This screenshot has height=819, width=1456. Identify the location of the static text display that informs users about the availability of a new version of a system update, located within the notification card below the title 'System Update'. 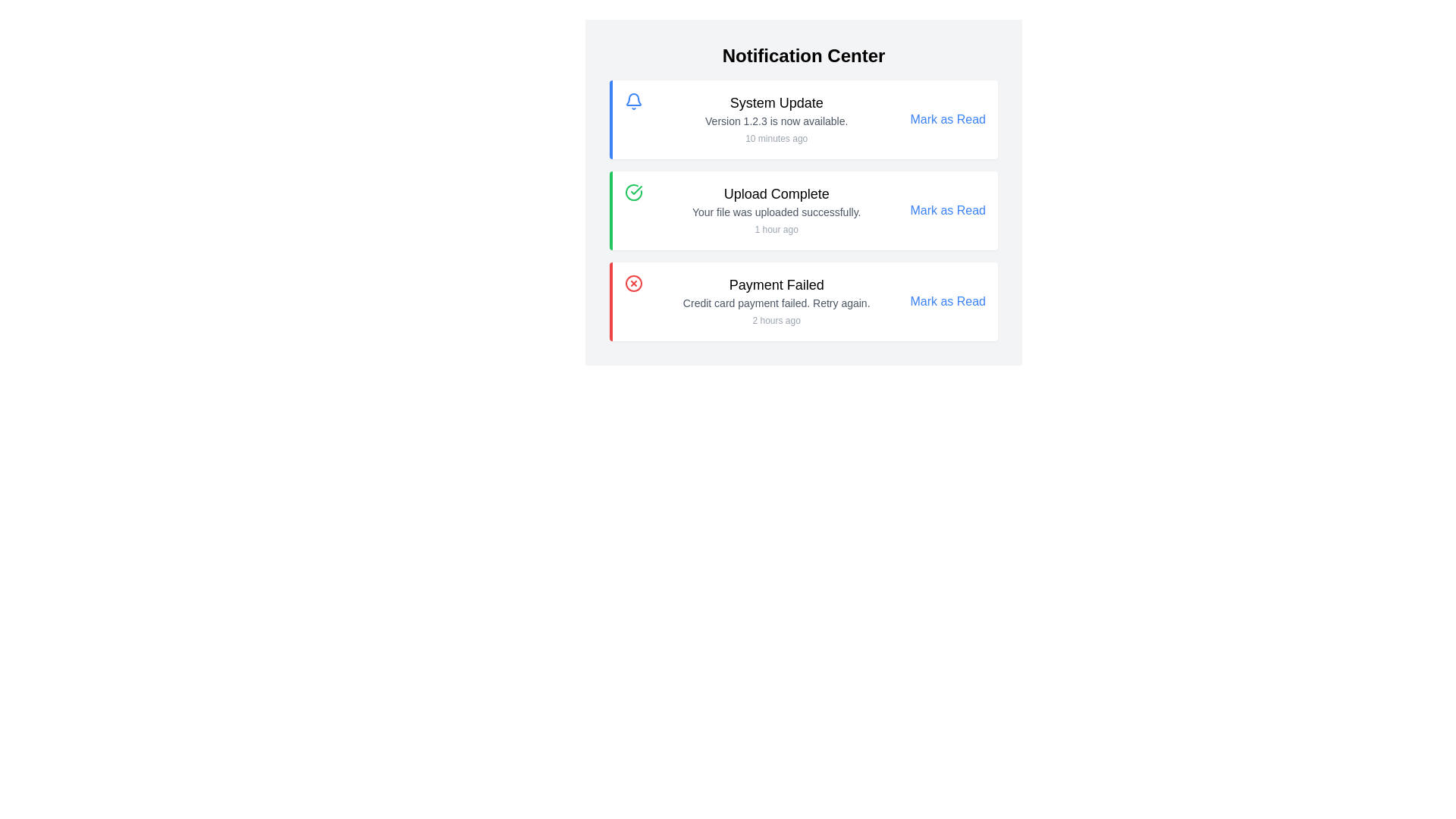
(777, 120).